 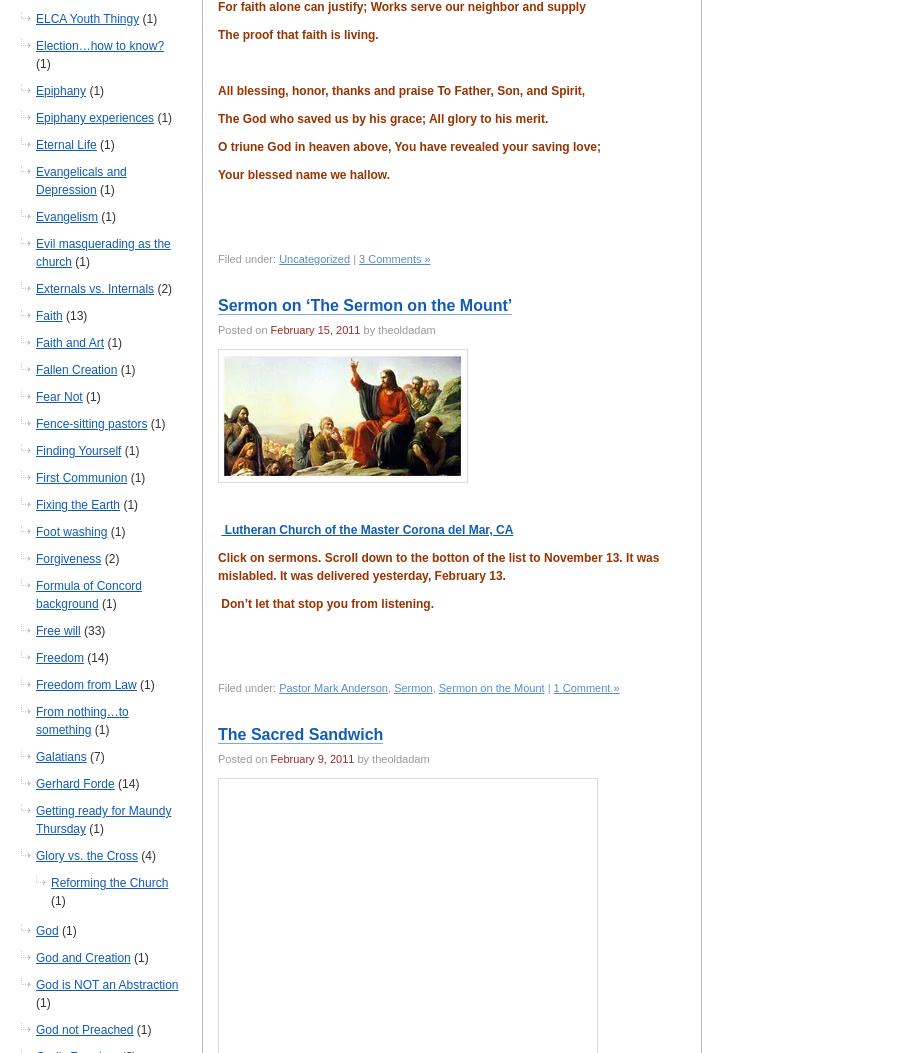 I want to click on 'Uncategorized', so click(x=314, y=258).